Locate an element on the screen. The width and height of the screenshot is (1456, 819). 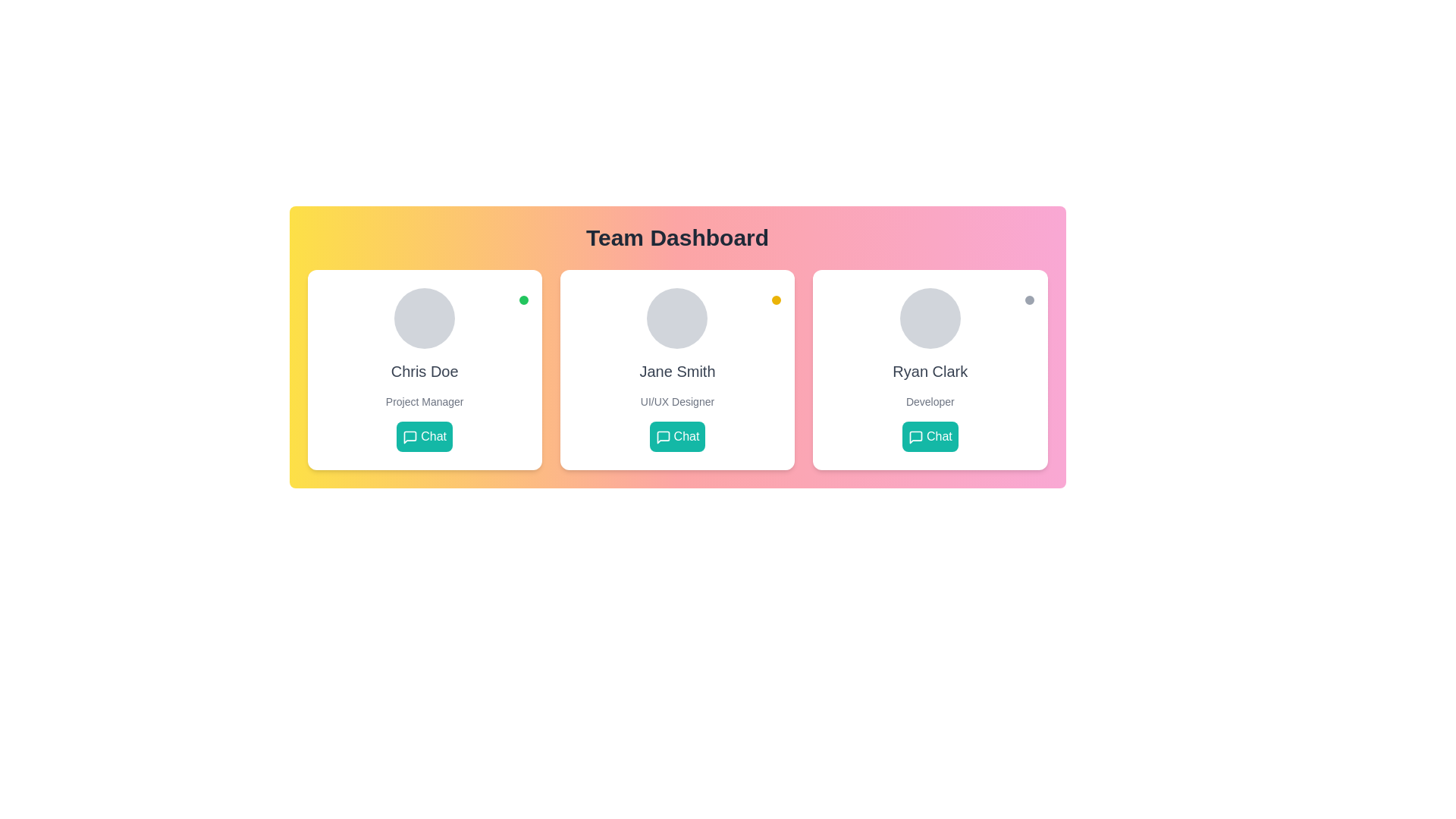
the small speech bubble icon with a thin circular border and rectangular base, which is part of the 'Chat' button located below Chris Doe's name and role is located at coordinates (410, 437).